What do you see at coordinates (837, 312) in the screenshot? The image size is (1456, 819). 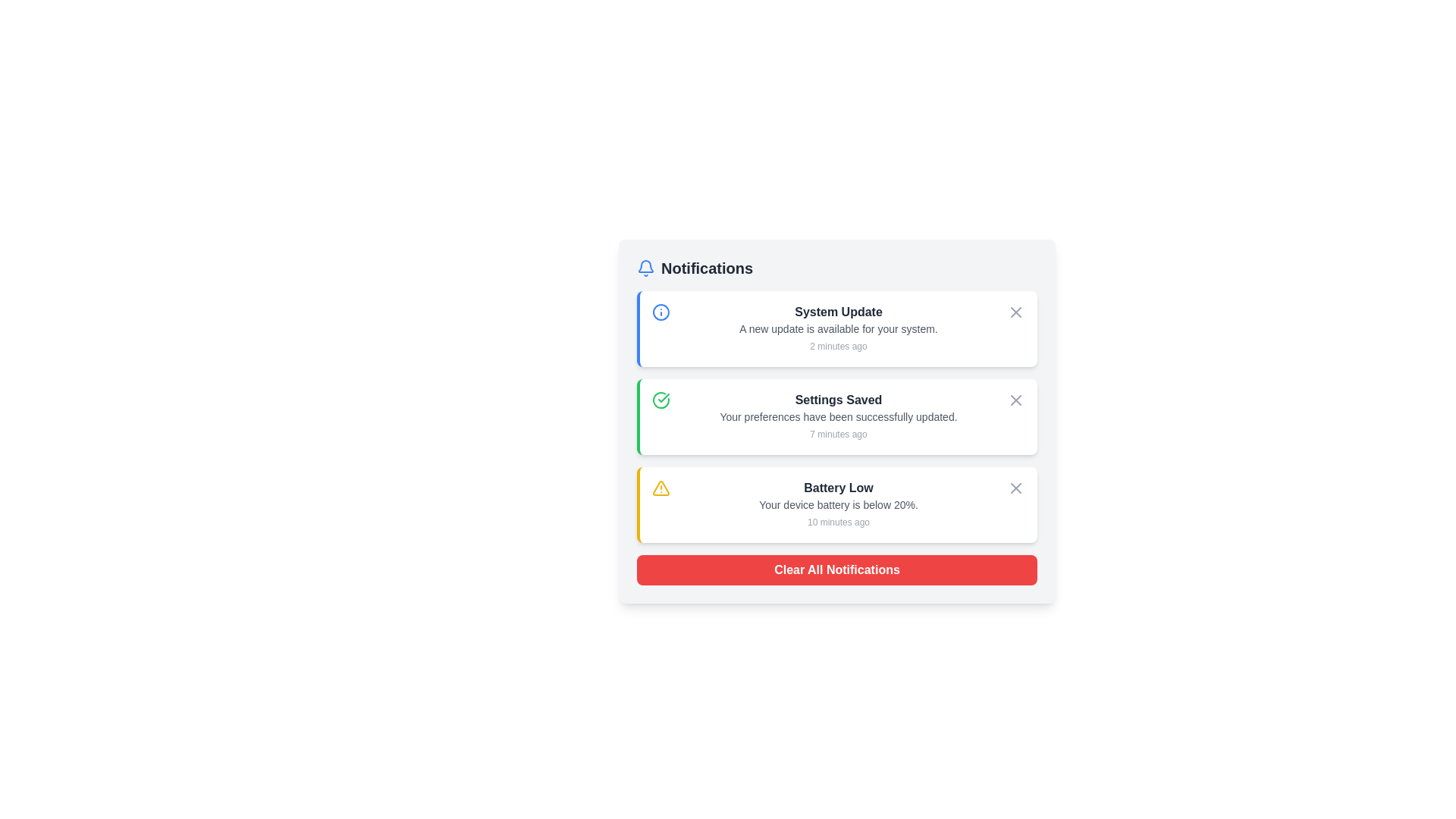 I see `text label displaying 'System Update' which is prominently styled in bold black text at the top of the notification card` at bounding box center [837, 312].